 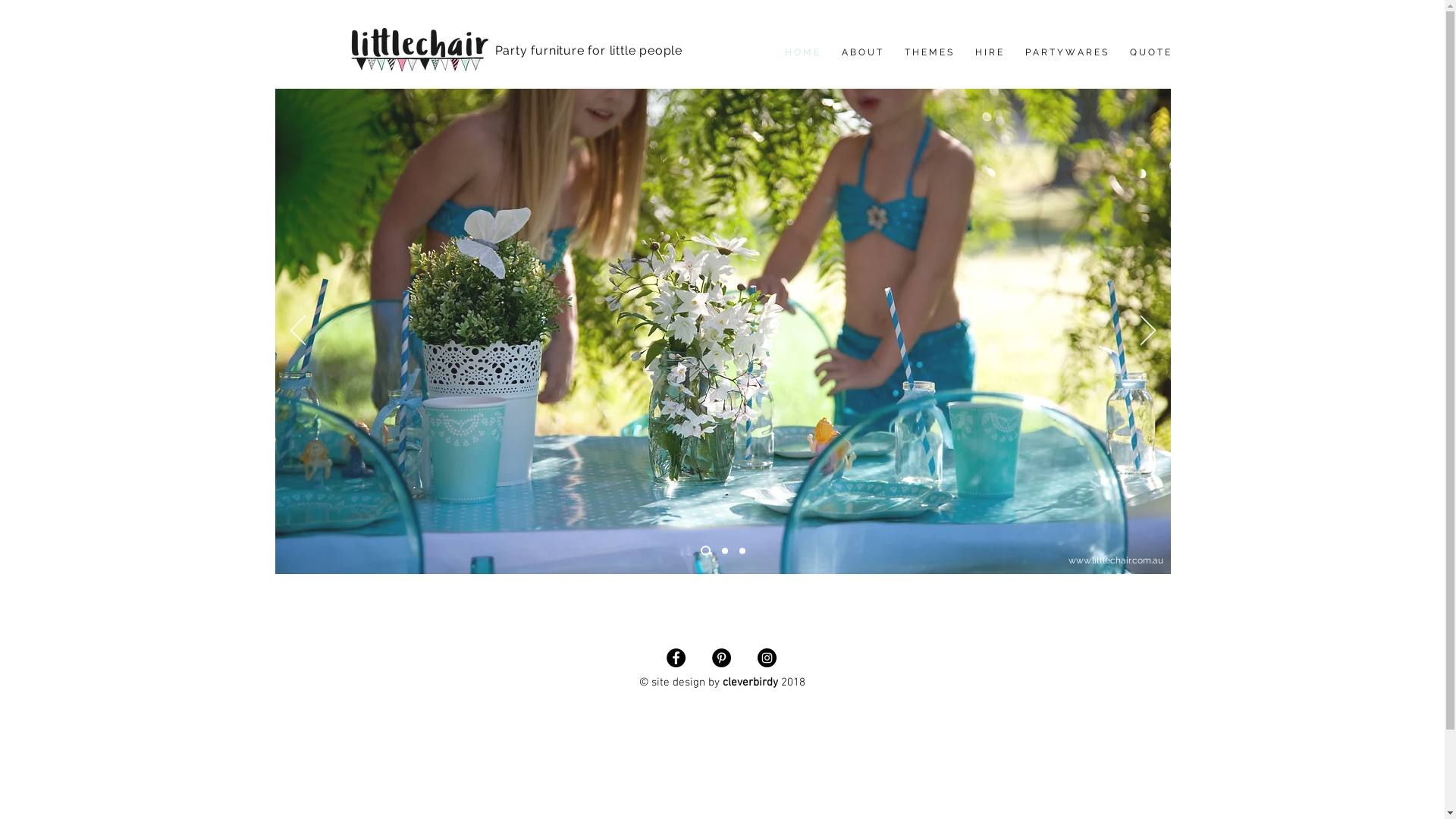 What do you see at coordinates (987, 52) in the screenshot?
I see `'H I R E'` at bounding box center [987, 52].